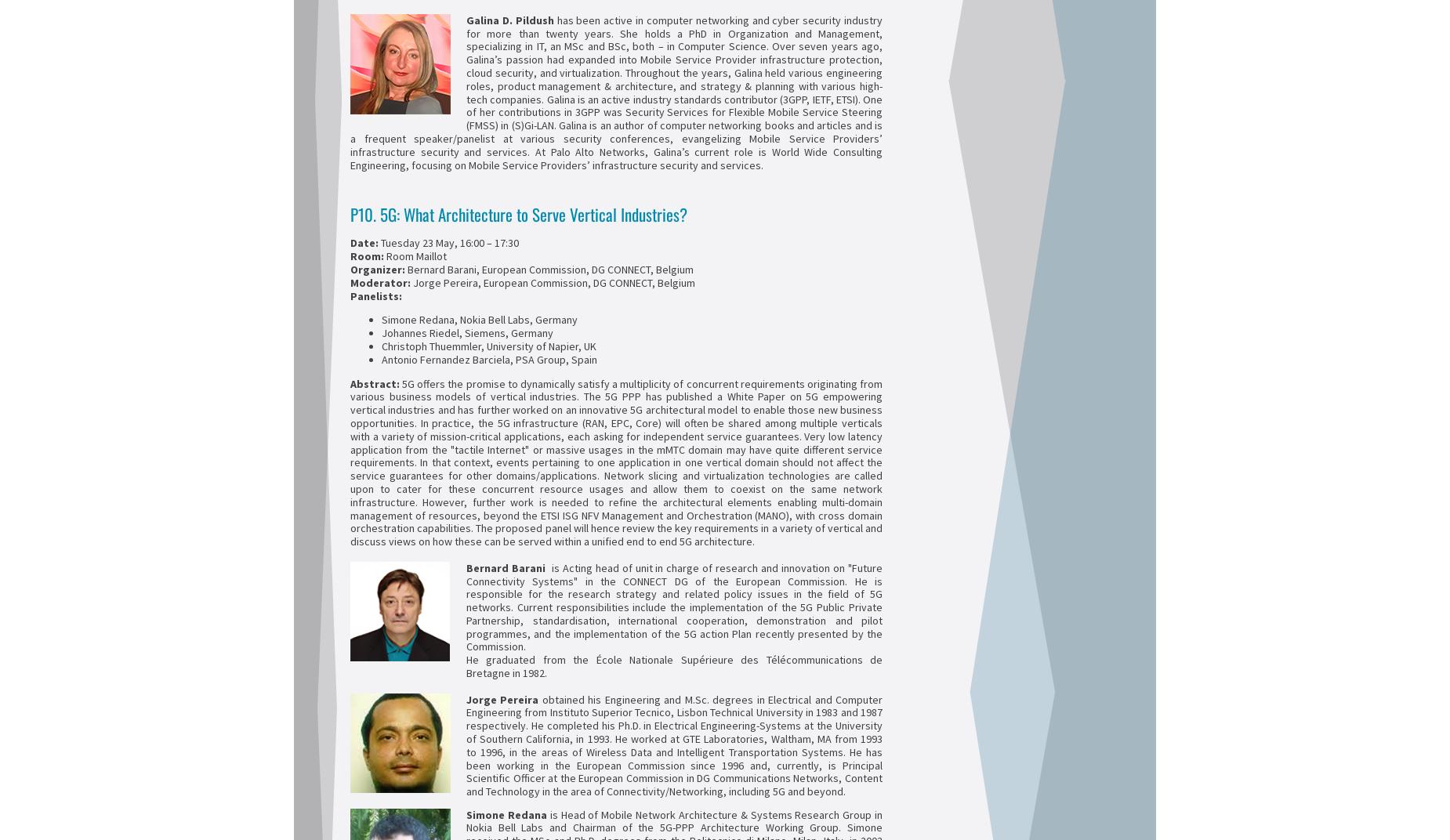 This screenshot has height=840, width=1450. Describe the element at coordinates (549, 269) in the screenshot. I see `'Bernard Barani, European Commission, DG CONNECT, Belgium'` at that location.